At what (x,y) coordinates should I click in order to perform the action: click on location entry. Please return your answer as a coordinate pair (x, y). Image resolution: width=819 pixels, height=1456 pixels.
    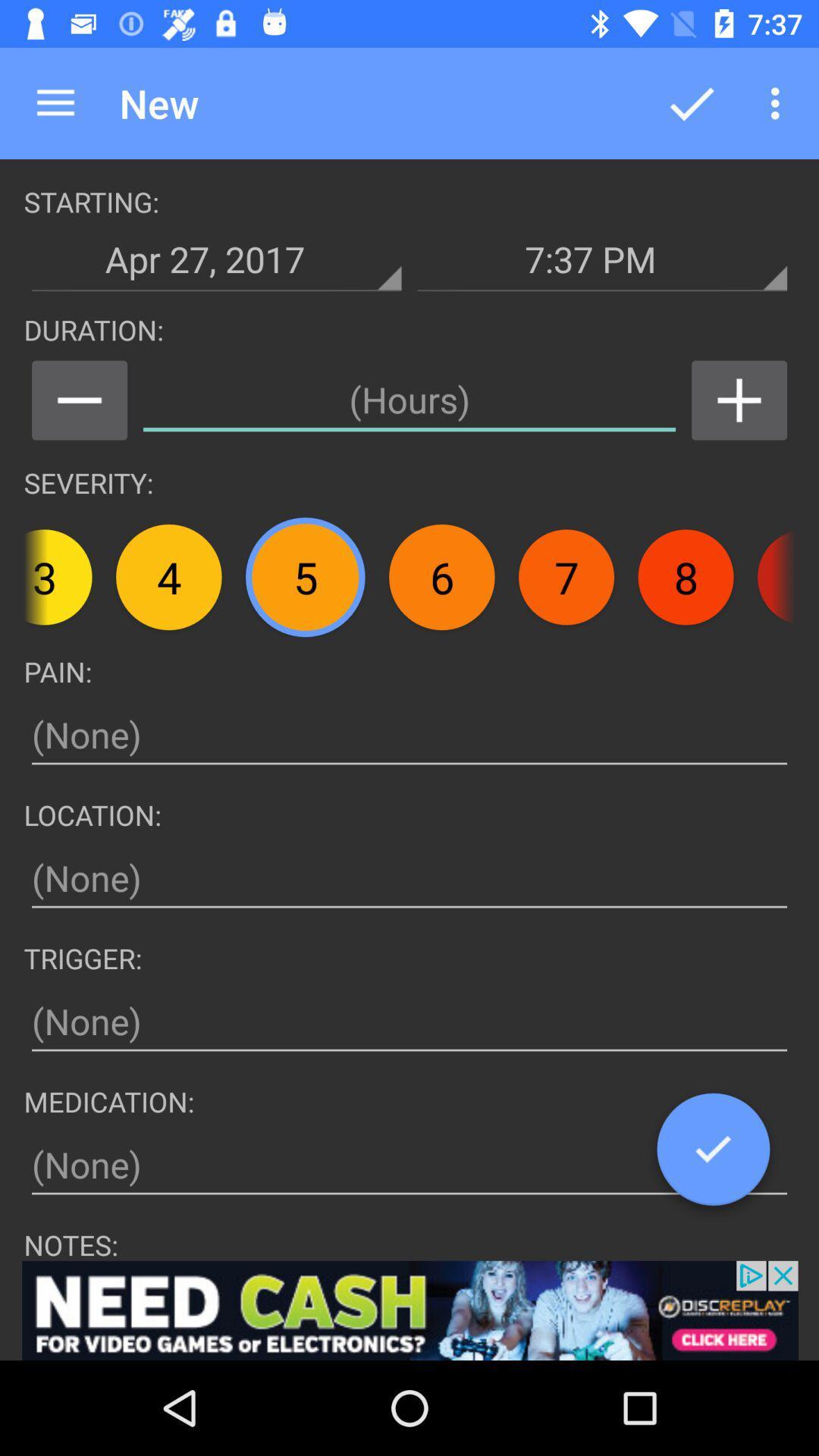
    Looking at the image, I should click on (409, 878).